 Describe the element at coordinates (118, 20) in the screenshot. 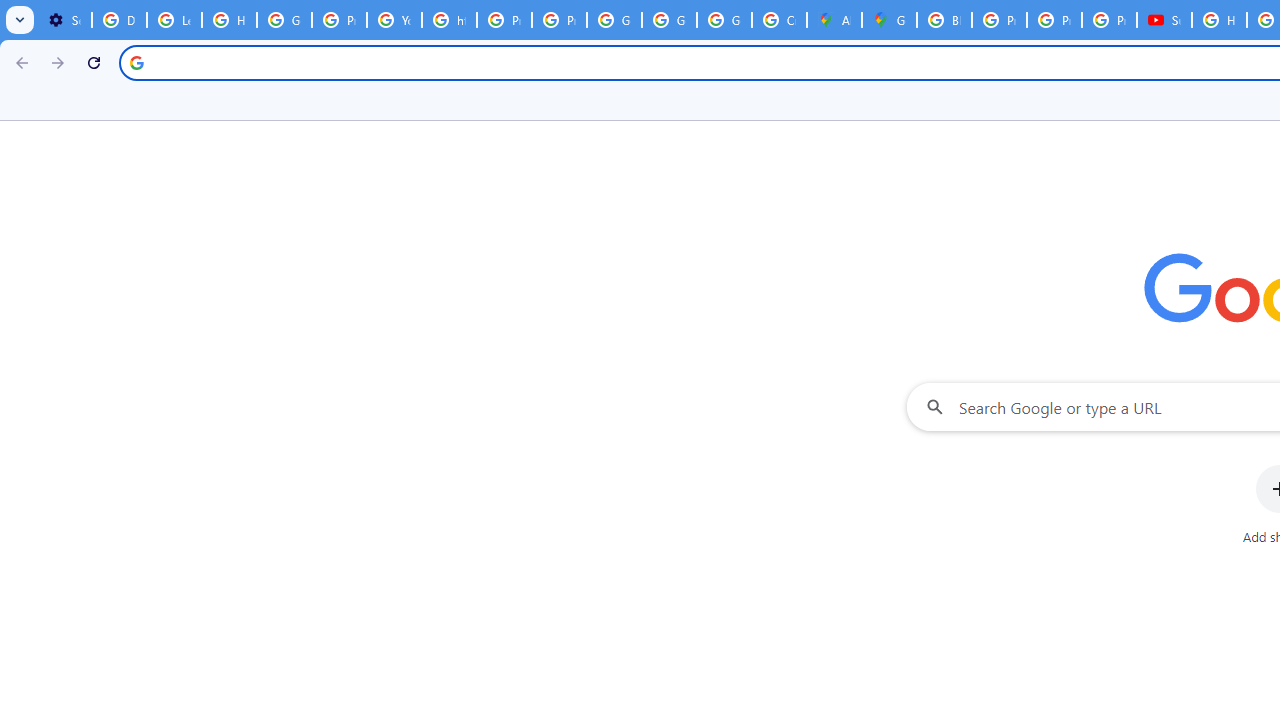

I see `'Delete photos & videos - Computer - Google Photos Help'` at that location.